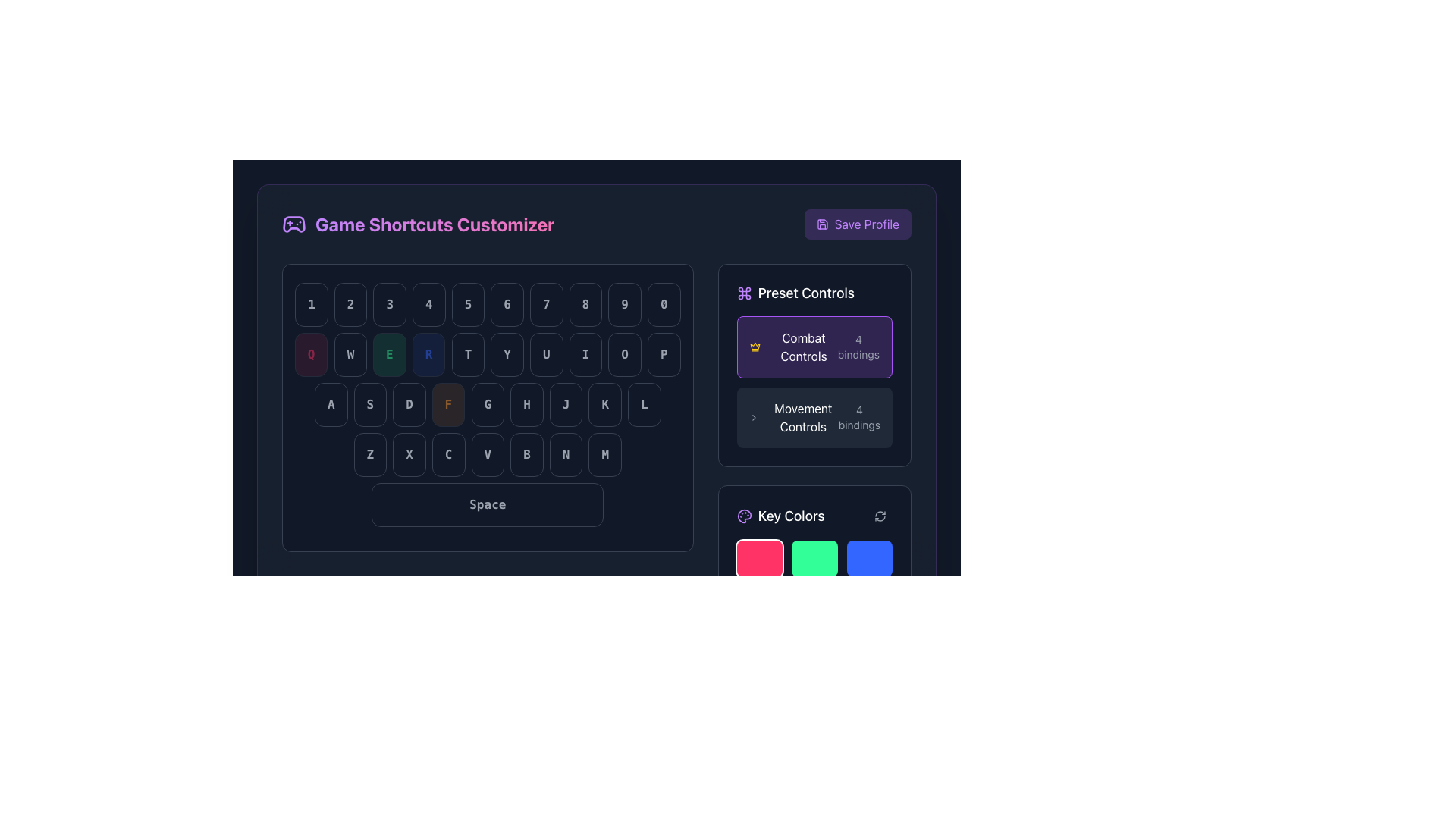 This screenshot has height=819, width=1456. Describe the element at coordinates (604, 454) in the screenshot. I see `the 'M' key, which is a rectangular button with a dark background and light gray text, located in the bottom row of the keyboard layout` at that location.